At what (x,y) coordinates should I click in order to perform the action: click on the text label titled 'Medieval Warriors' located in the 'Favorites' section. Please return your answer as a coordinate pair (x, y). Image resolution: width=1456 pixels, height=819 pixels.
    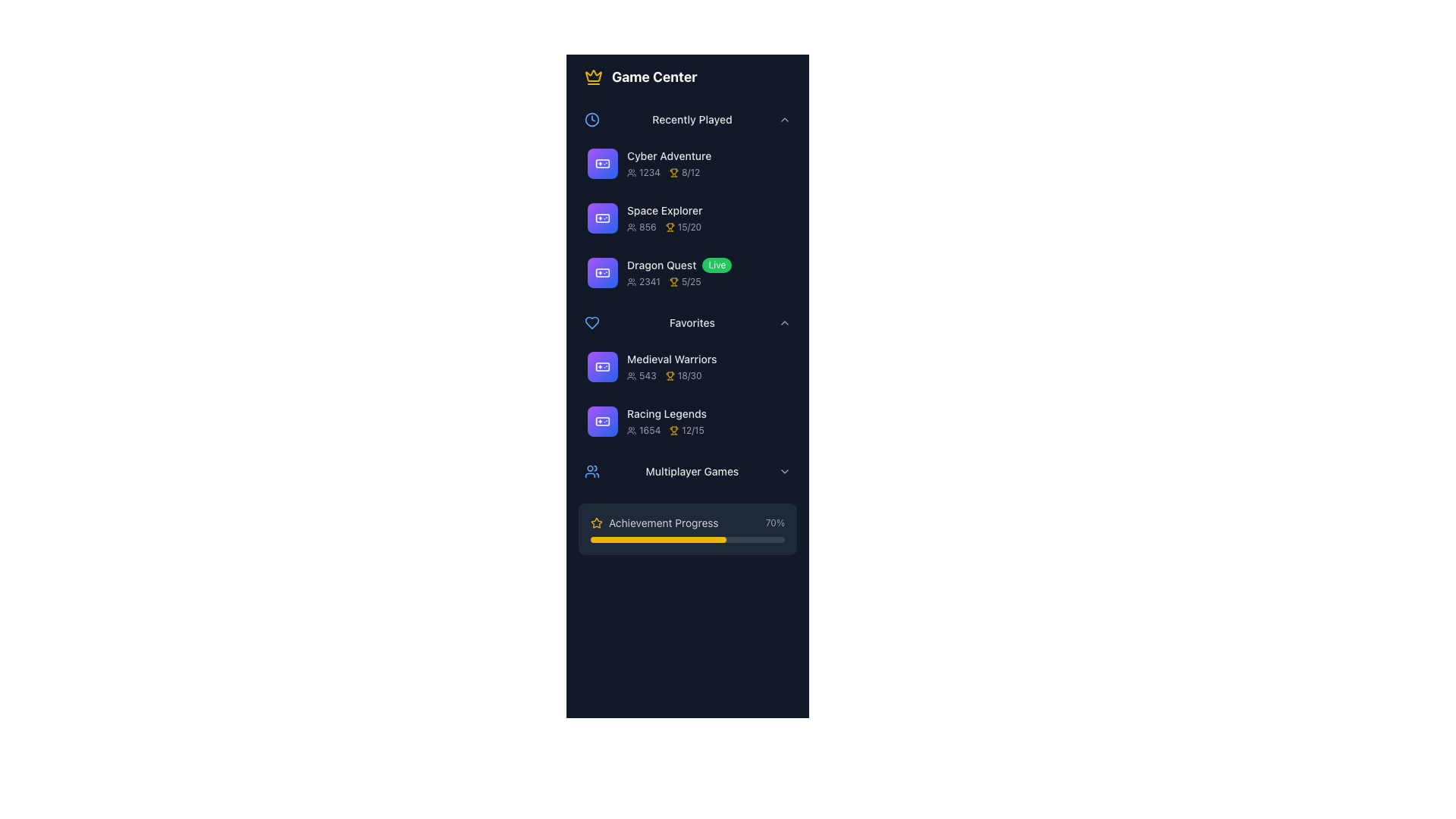
    Looking at the image, I should click on (671, 359).